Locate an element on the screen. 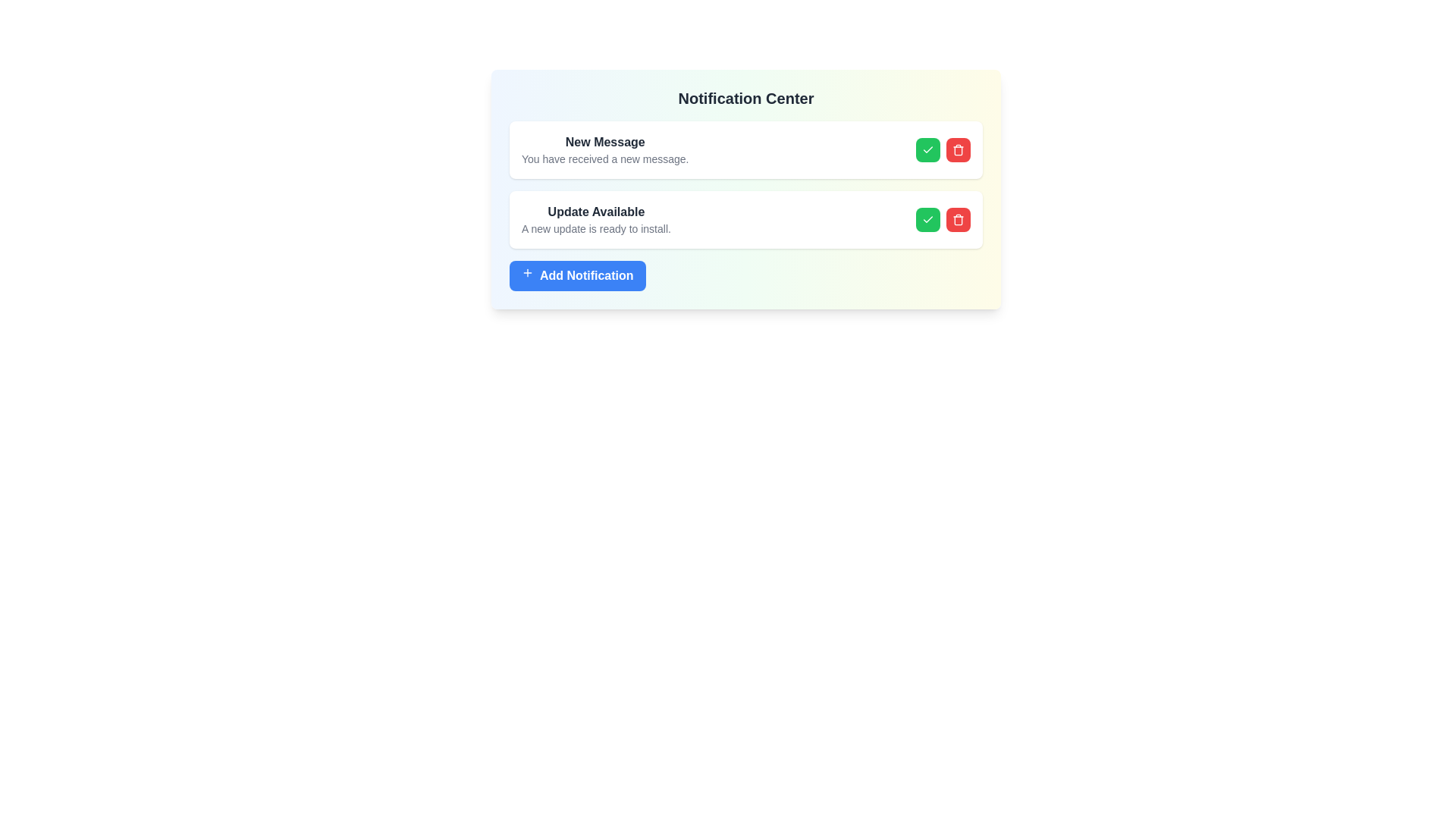 The height and width of the screenshot is (819, 1456). the green checkmark button to acknowledge the 'New Message' notification in the Notification Center interface is located at coordinates (927, 149).